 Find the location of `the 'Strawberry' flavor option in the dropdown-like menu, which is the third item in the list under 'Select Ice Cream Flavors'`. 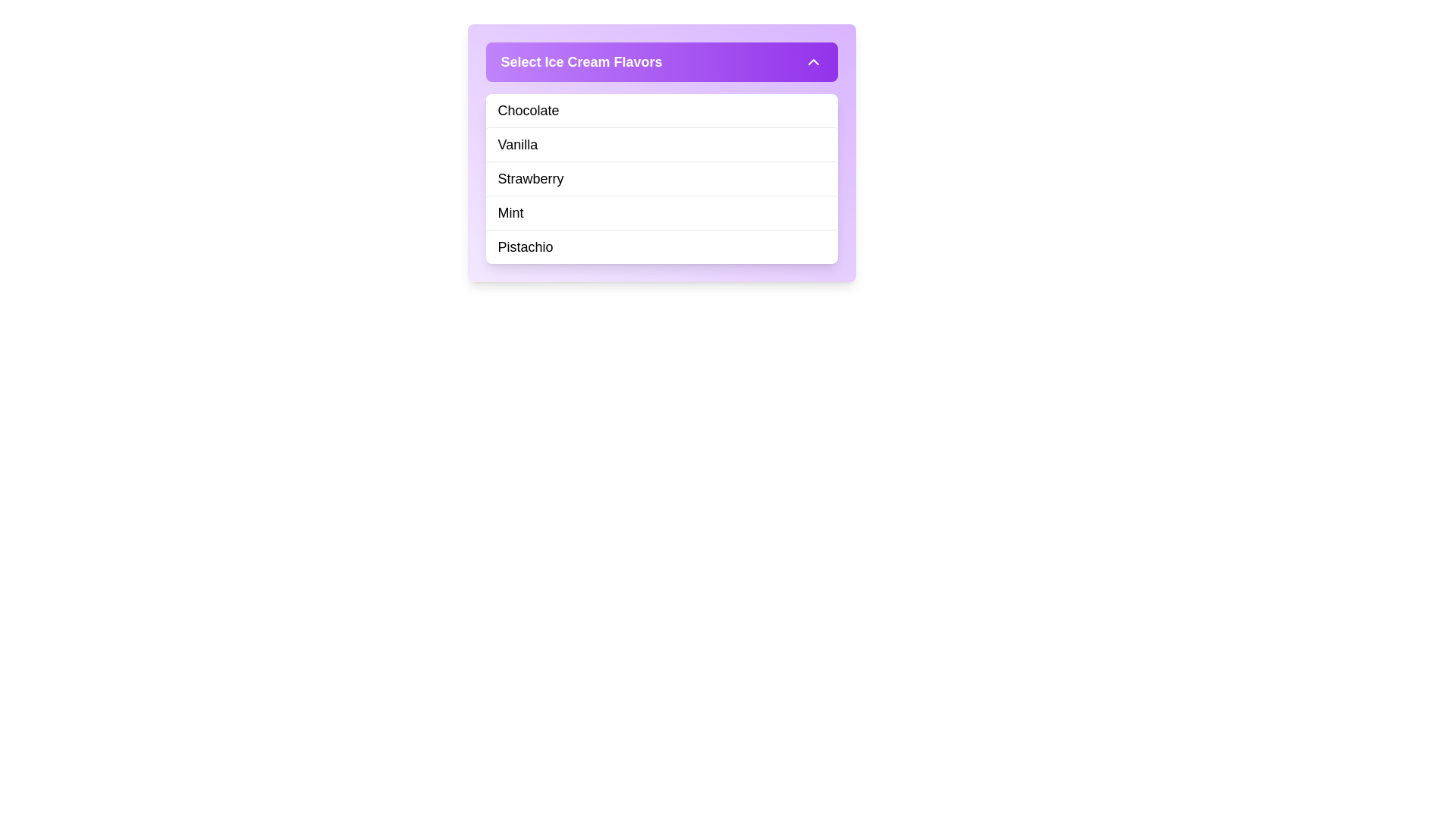

the 'Strawberry' flavor option in the dropdown-like menu, which is the third item in the list under 'Select Ice Cream Flavors' is located at coordinates (531, 177).